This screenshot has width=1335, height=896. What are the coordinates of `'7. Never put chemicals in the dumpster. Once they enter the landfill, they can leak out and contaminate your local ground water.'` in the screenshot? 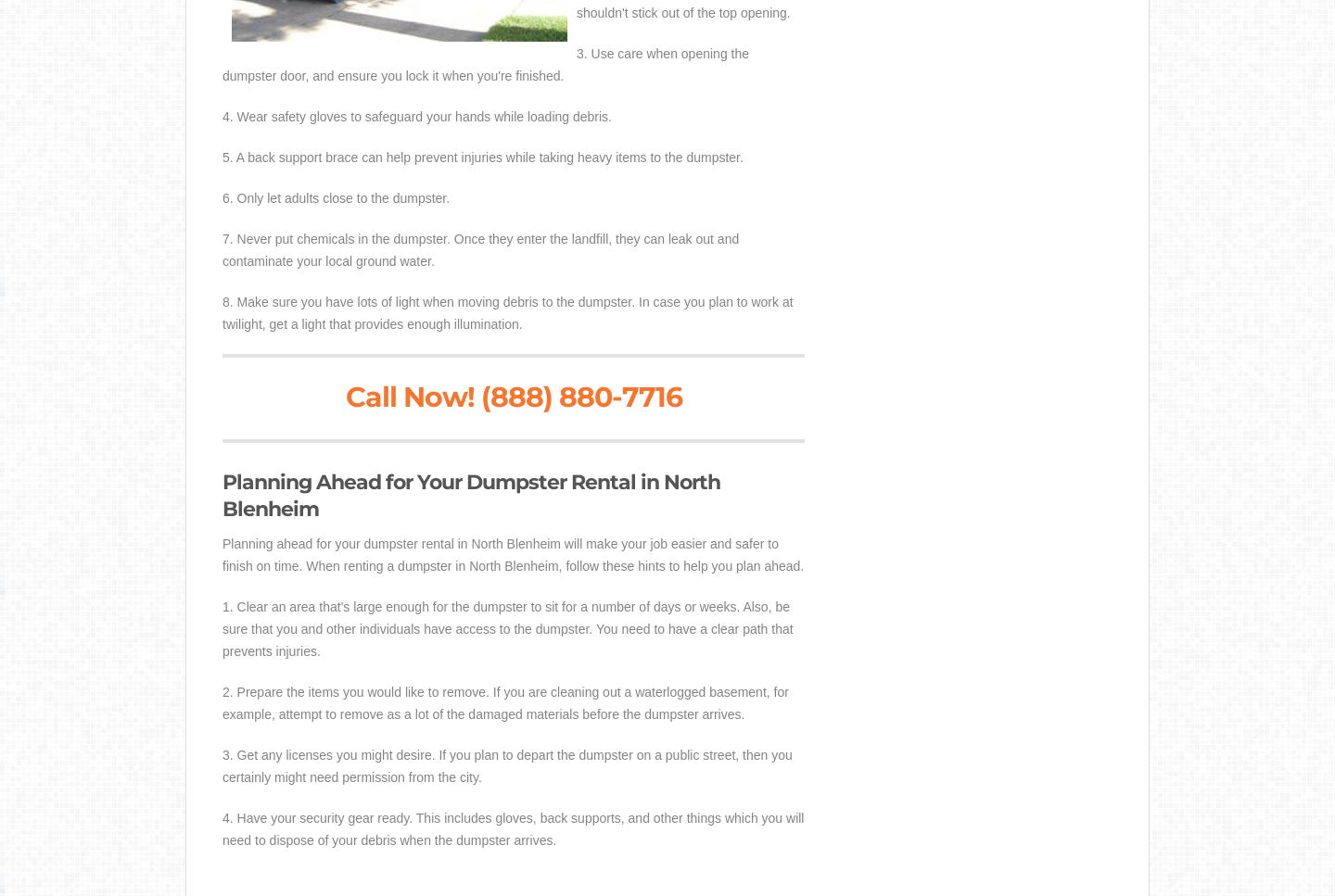 It's located at (222, 248).